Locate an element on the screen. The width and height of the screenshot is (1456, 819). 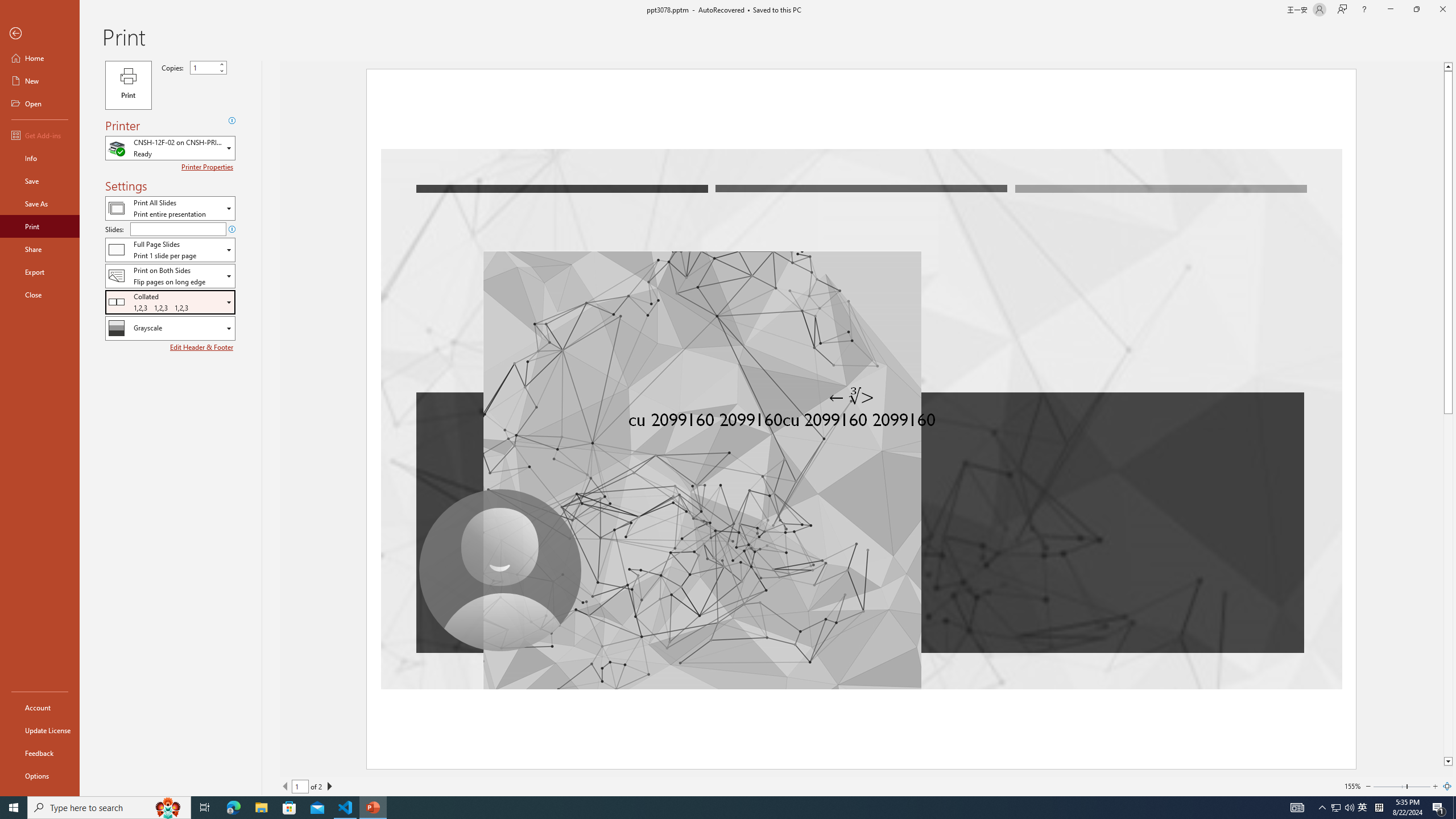
'Edit Header & Footer' is located at coordinates (202, 346).